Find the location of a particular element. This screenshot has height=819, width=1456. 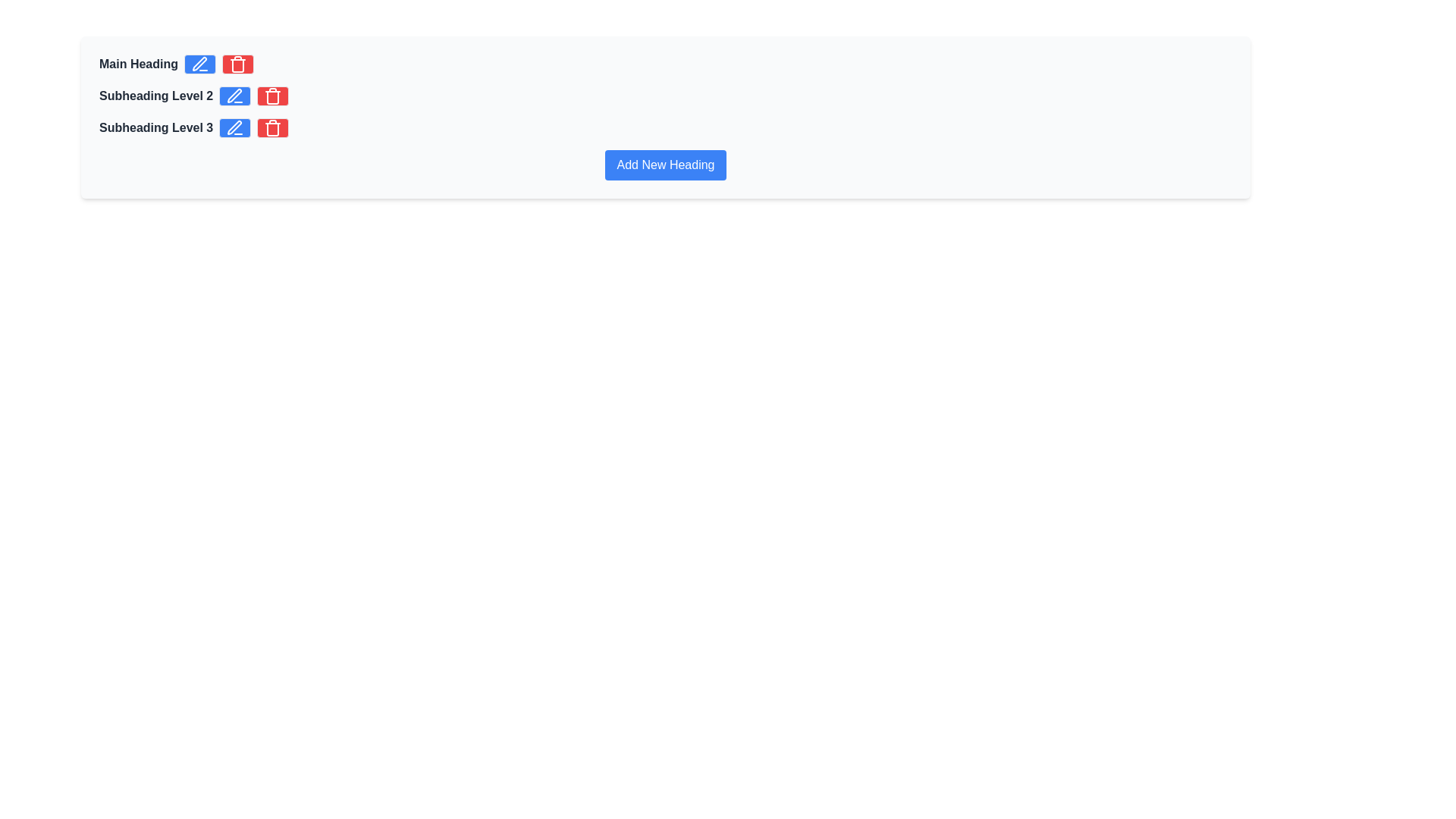

the delete action icon button located to the right of the blue pencil-shaped edit button, which is the last element in the group aligned horizontally next to the text 'Main Heading' is located at coordinates (237, 63).